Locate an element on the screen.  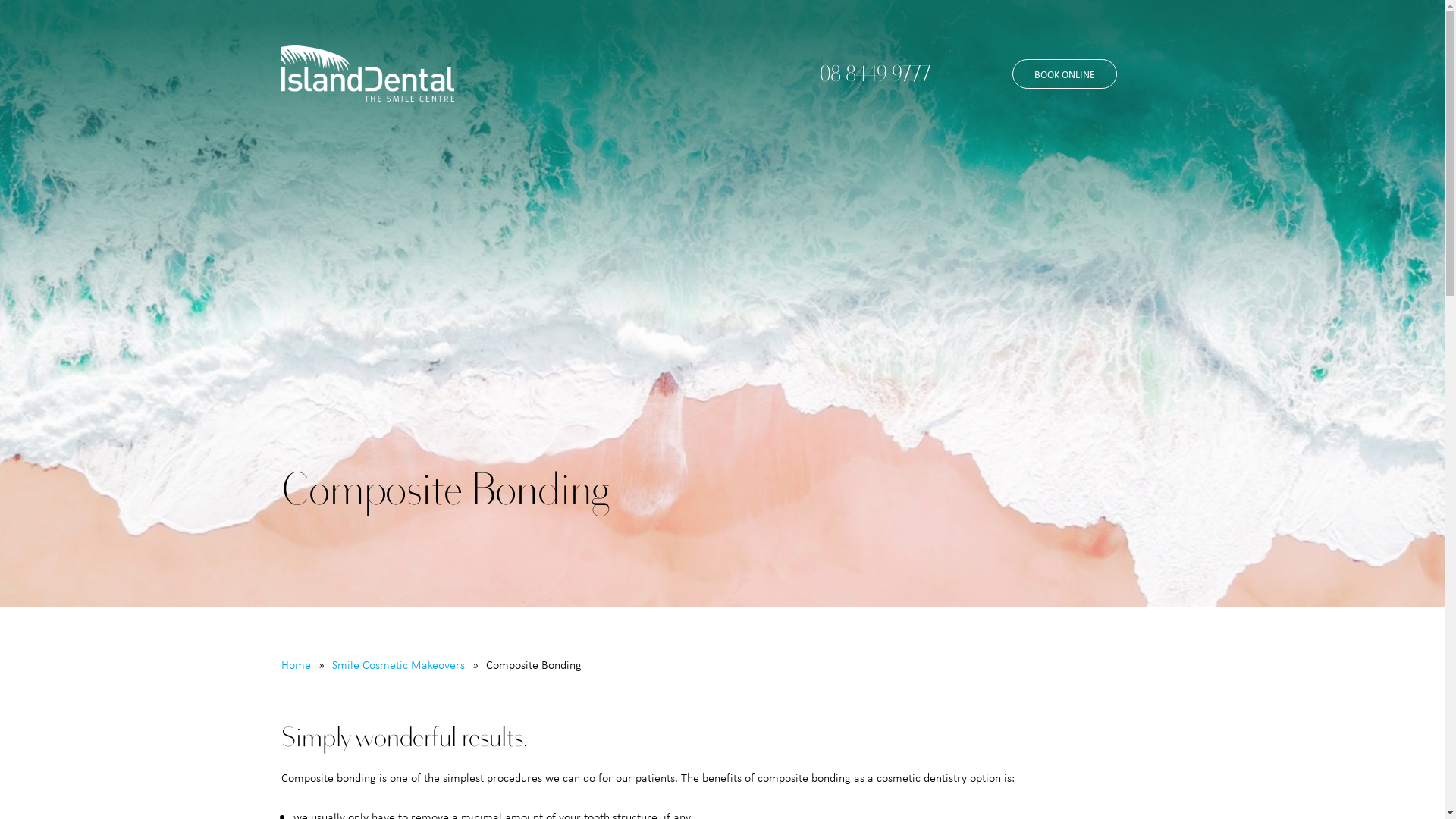
'Smile Cosmetic Makeovers' is located at coordinates (398, 663).